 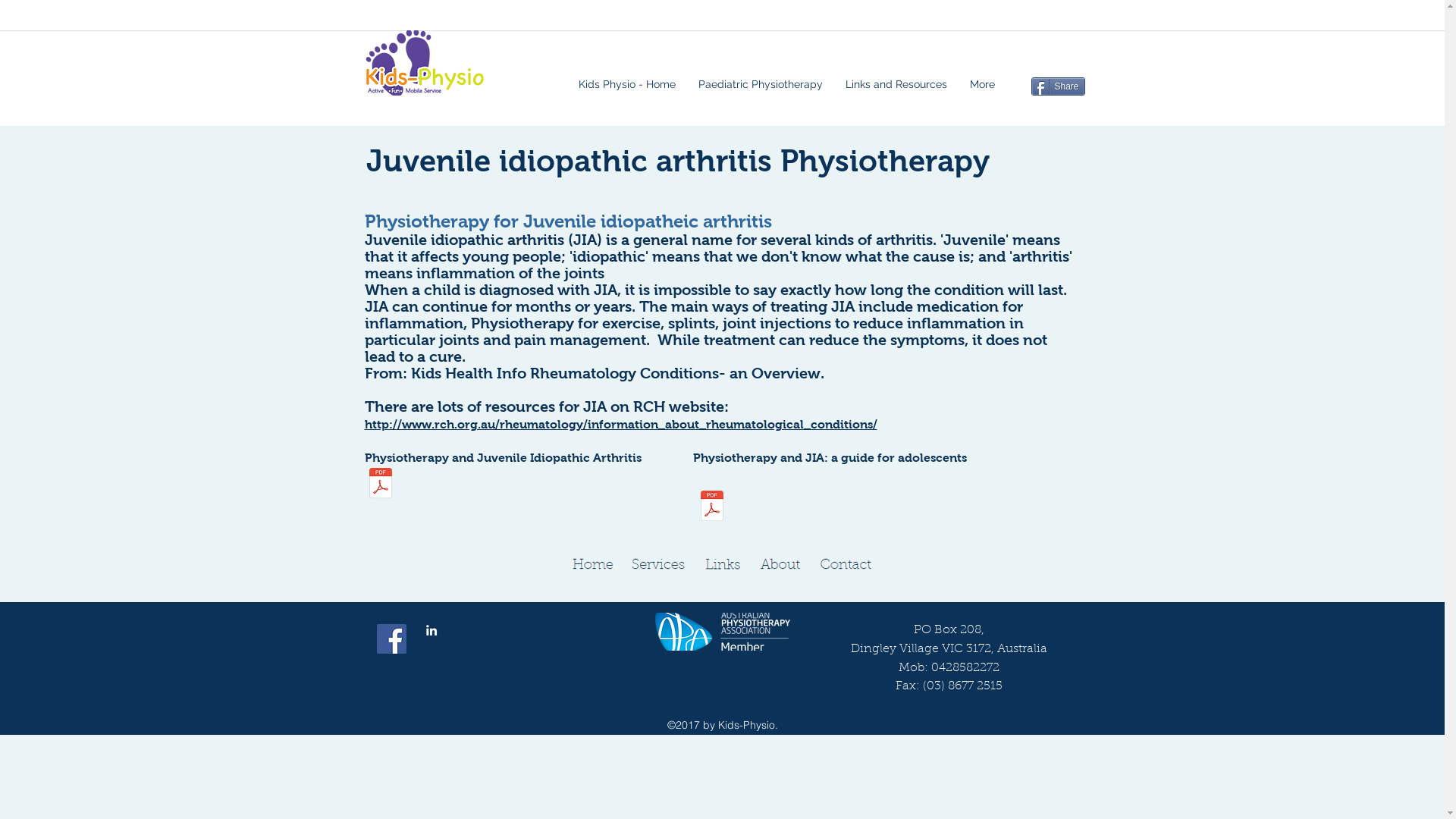 I want to click on 'Member APA National Paediatric Group', so click(x=722, y=632).